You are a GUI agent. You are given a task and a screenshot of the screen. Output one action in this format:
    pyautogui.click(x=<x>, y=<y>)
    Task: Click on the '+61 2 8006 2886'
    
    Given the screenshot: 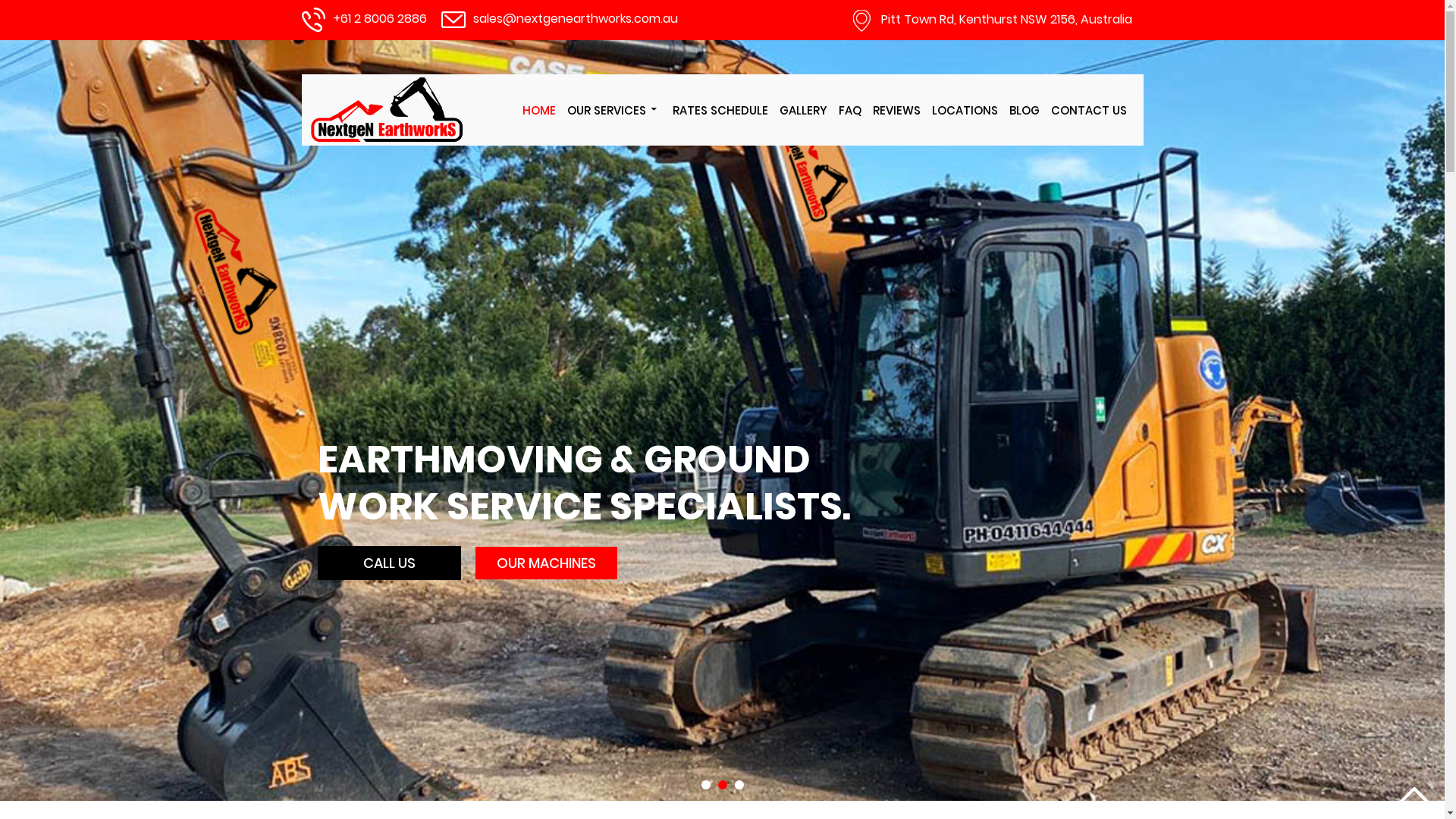 What is the action you would take?
    pyautogui.click(x=378, y=18)
    